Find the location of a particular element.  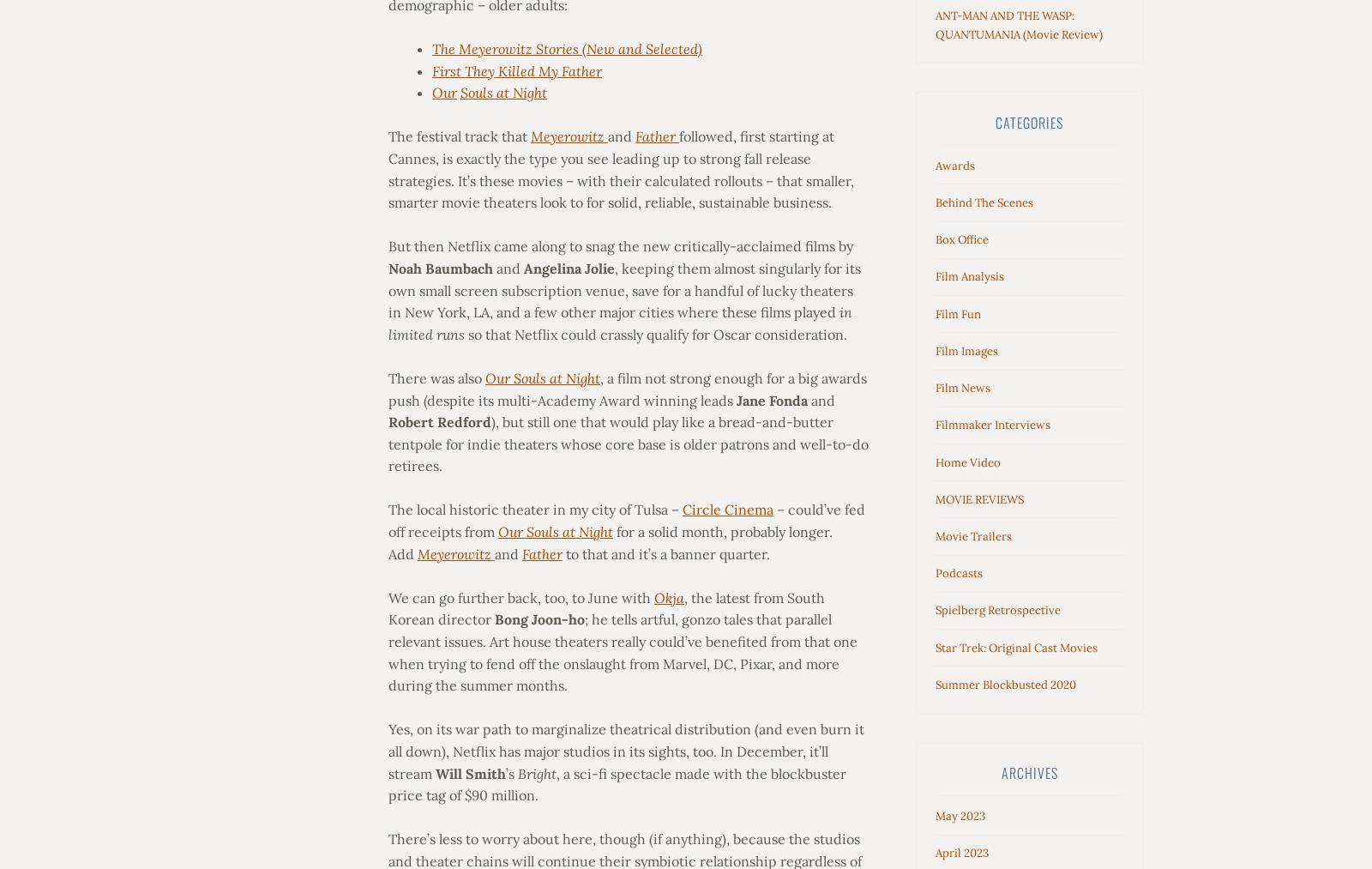

'to that and it’s a banner quarter.' is located at coordinates (665, 552).